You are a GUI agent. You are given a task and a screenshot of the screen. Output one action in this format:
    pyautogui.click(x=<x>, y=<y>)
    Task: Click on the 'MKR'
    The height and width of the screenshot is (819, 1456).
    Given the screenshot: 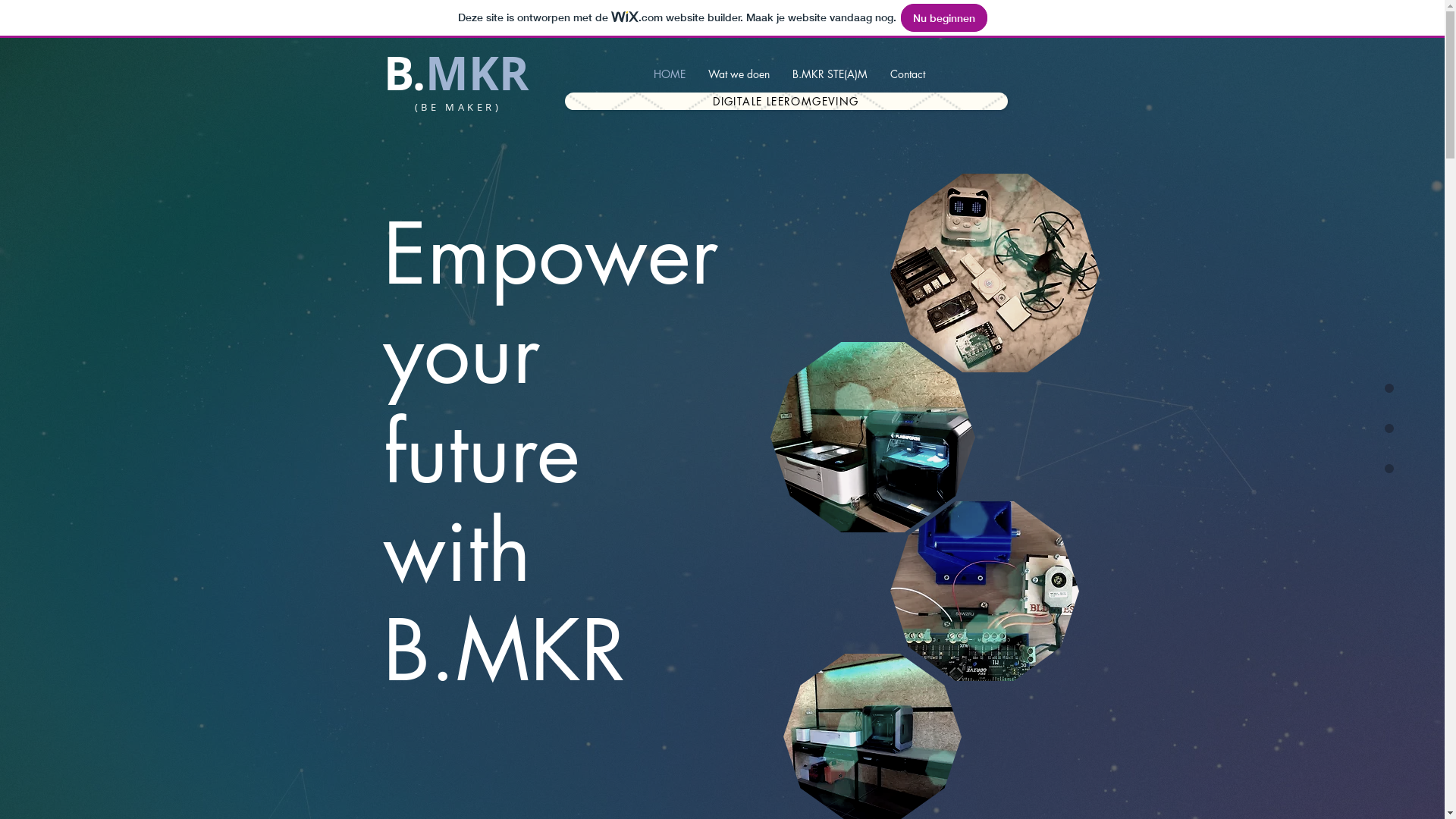 What is the action you would take?
    pyautogui.click(x=475, y=73)
    